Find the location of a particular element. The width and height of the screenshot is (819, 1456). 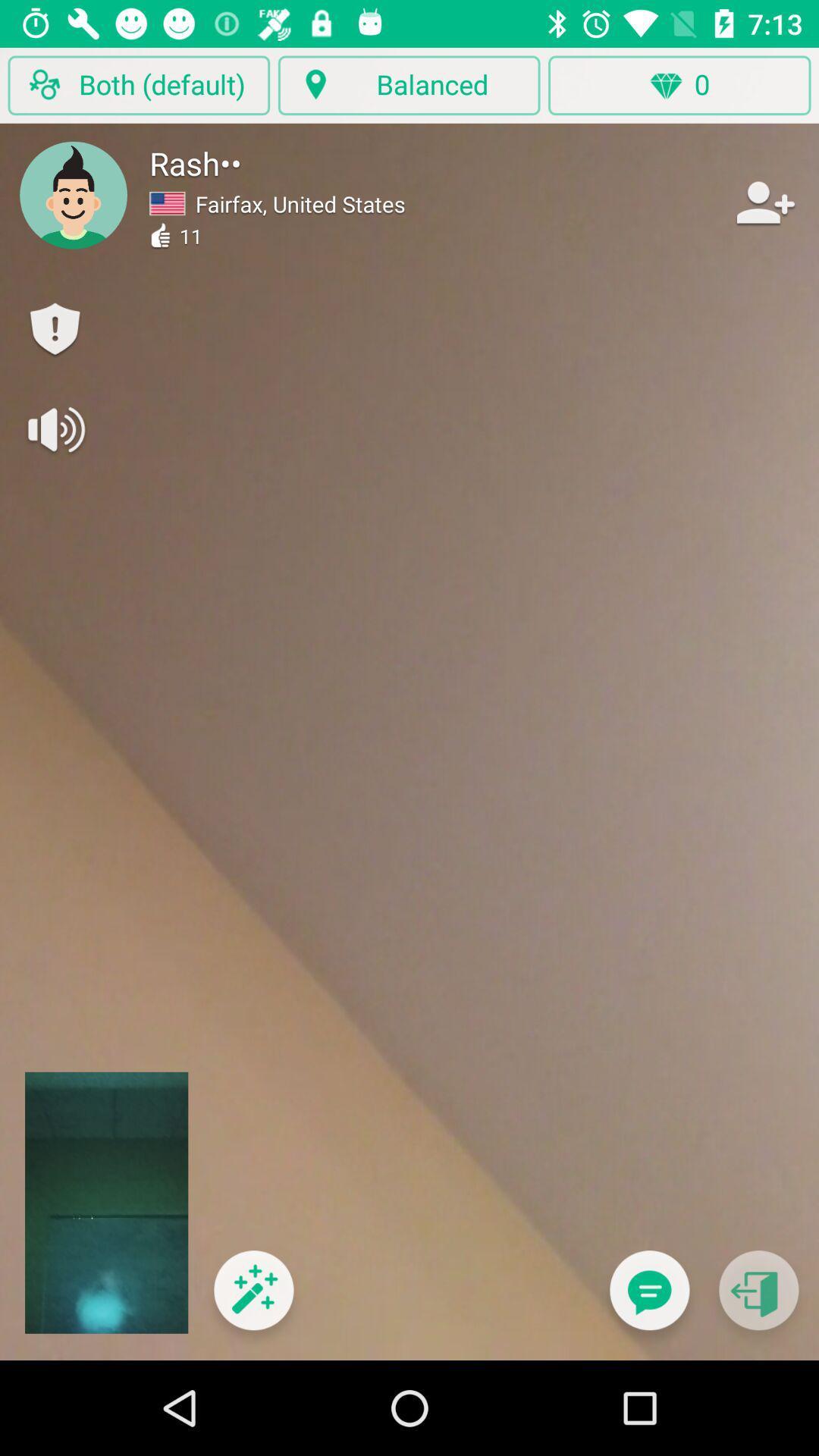

exit chat is located at coordinates (758, 1299).